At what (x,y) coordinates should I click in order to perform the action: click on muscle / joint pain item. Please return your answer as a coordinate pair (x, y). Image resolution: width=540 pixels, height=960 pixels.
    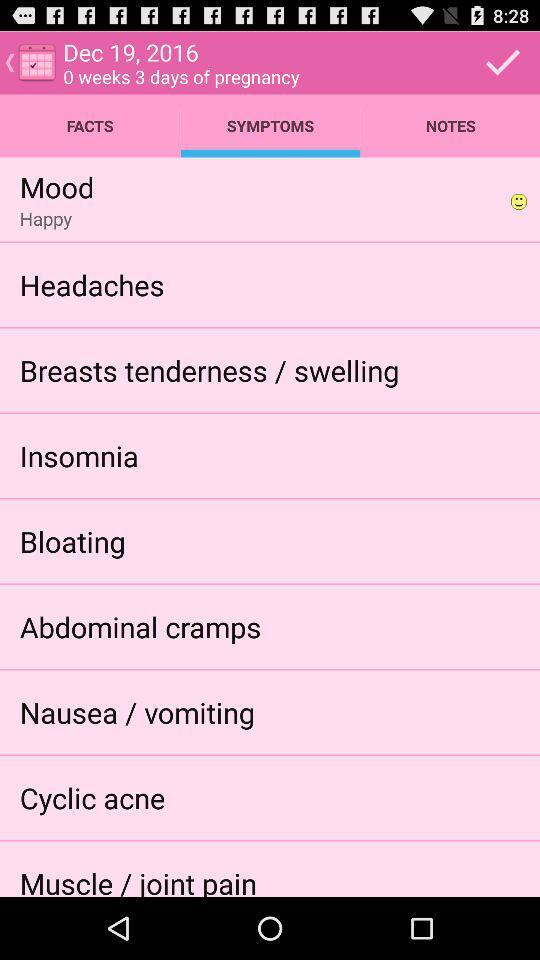
    Looking at the image, I should click on (137, 879).